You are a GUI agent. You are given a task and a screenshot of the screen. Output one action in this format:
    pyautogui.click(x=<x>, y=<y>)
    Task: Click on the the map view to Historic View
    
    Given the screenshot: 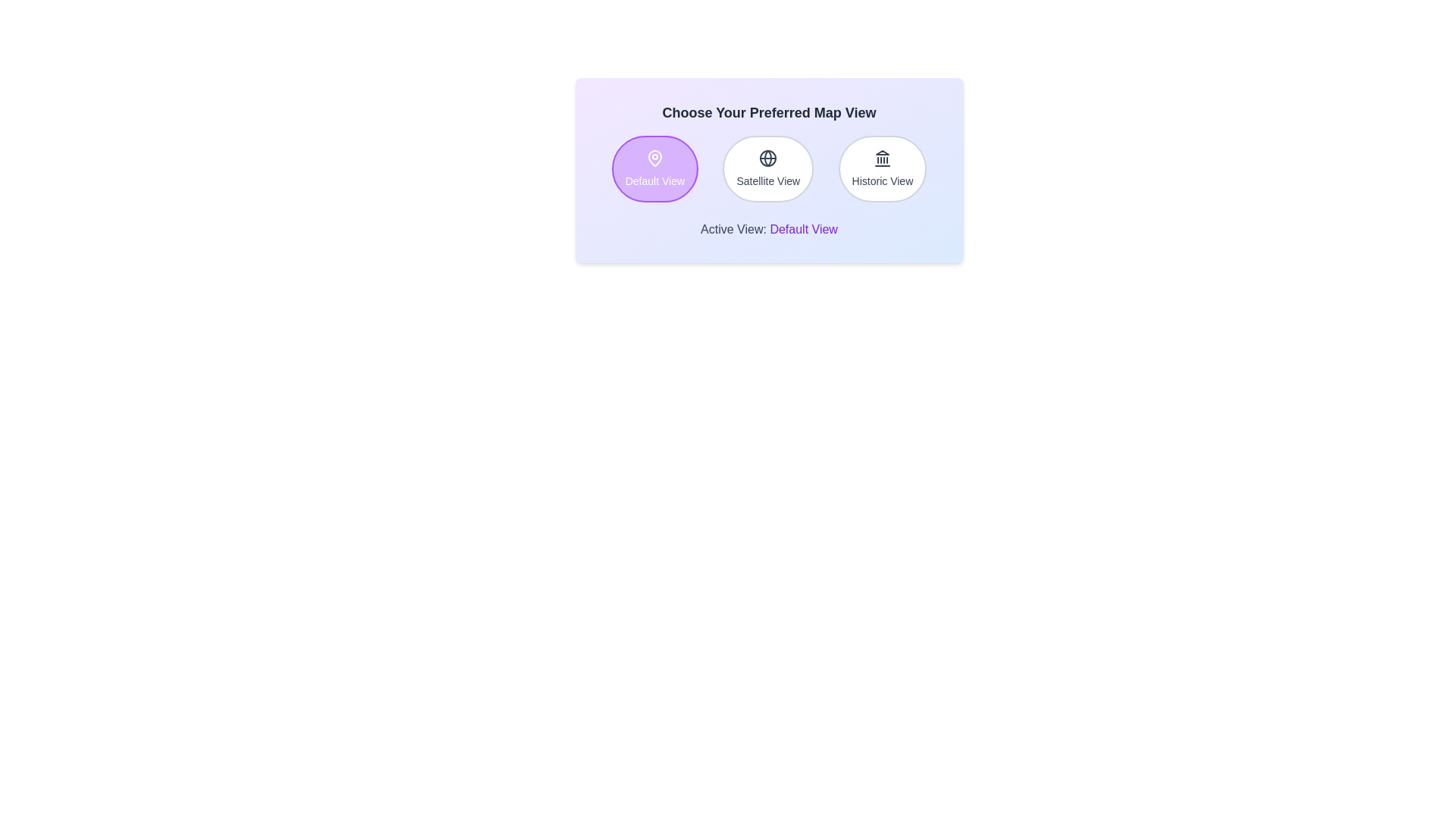 What is the action you would take?
    pyautogui.click(x=882, y=169)
    